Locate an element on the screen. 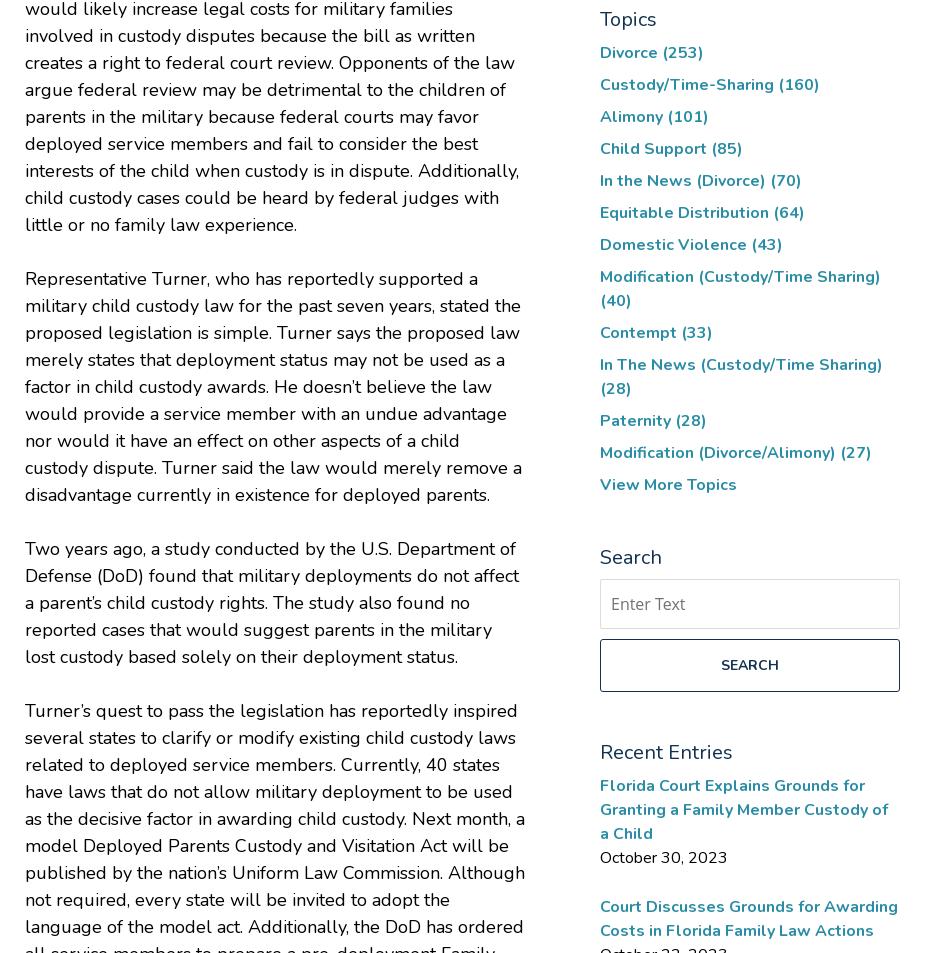  '(27)' is located at coordinates (855, 451).